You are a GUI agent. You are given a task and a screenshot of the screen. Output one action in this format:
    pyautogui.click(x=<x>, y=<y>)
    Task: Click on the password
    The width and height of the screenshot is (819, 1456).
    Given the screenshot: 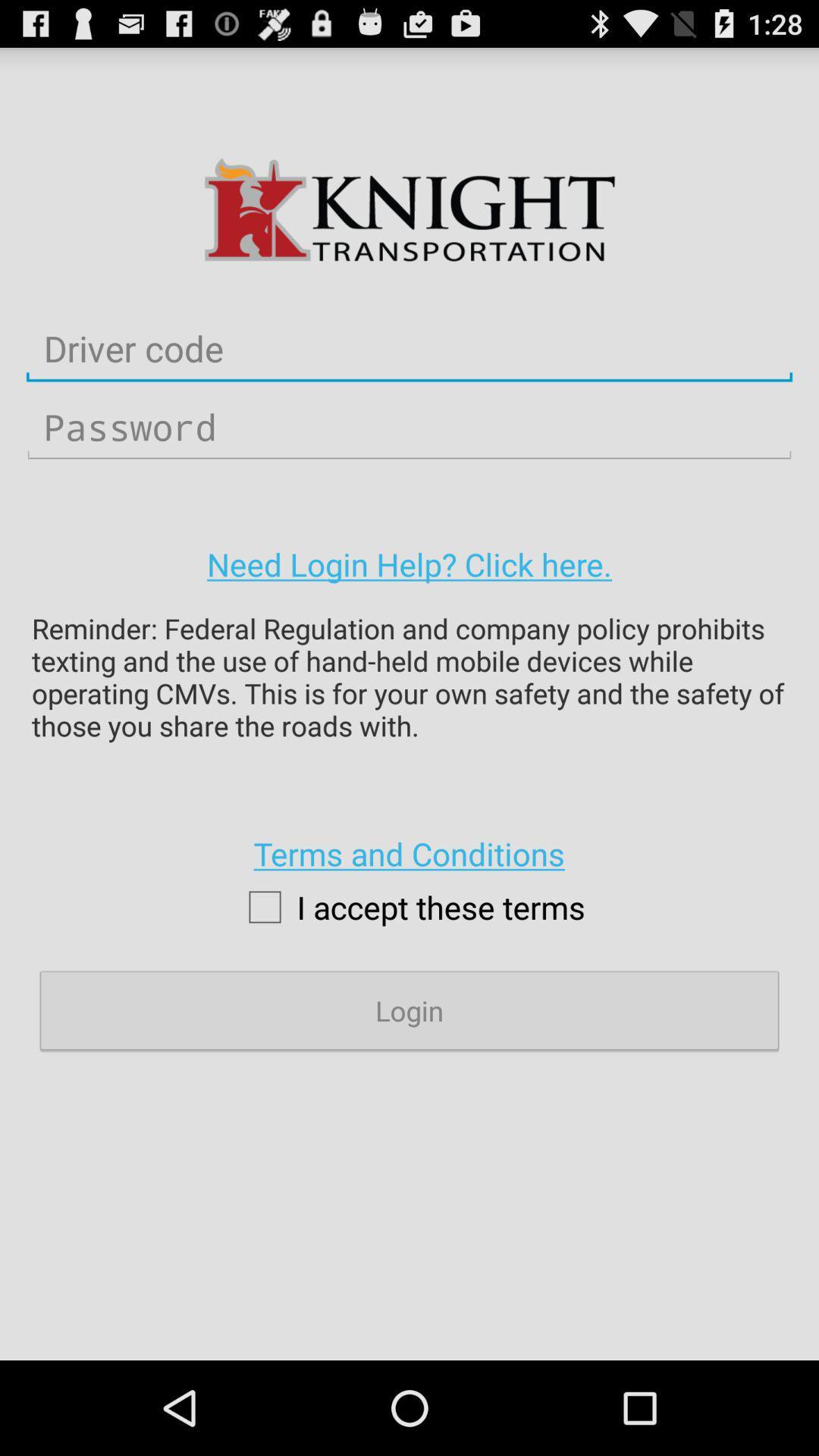 What is the action you would take?
    pyautogui.click(x=409, y=426)
    